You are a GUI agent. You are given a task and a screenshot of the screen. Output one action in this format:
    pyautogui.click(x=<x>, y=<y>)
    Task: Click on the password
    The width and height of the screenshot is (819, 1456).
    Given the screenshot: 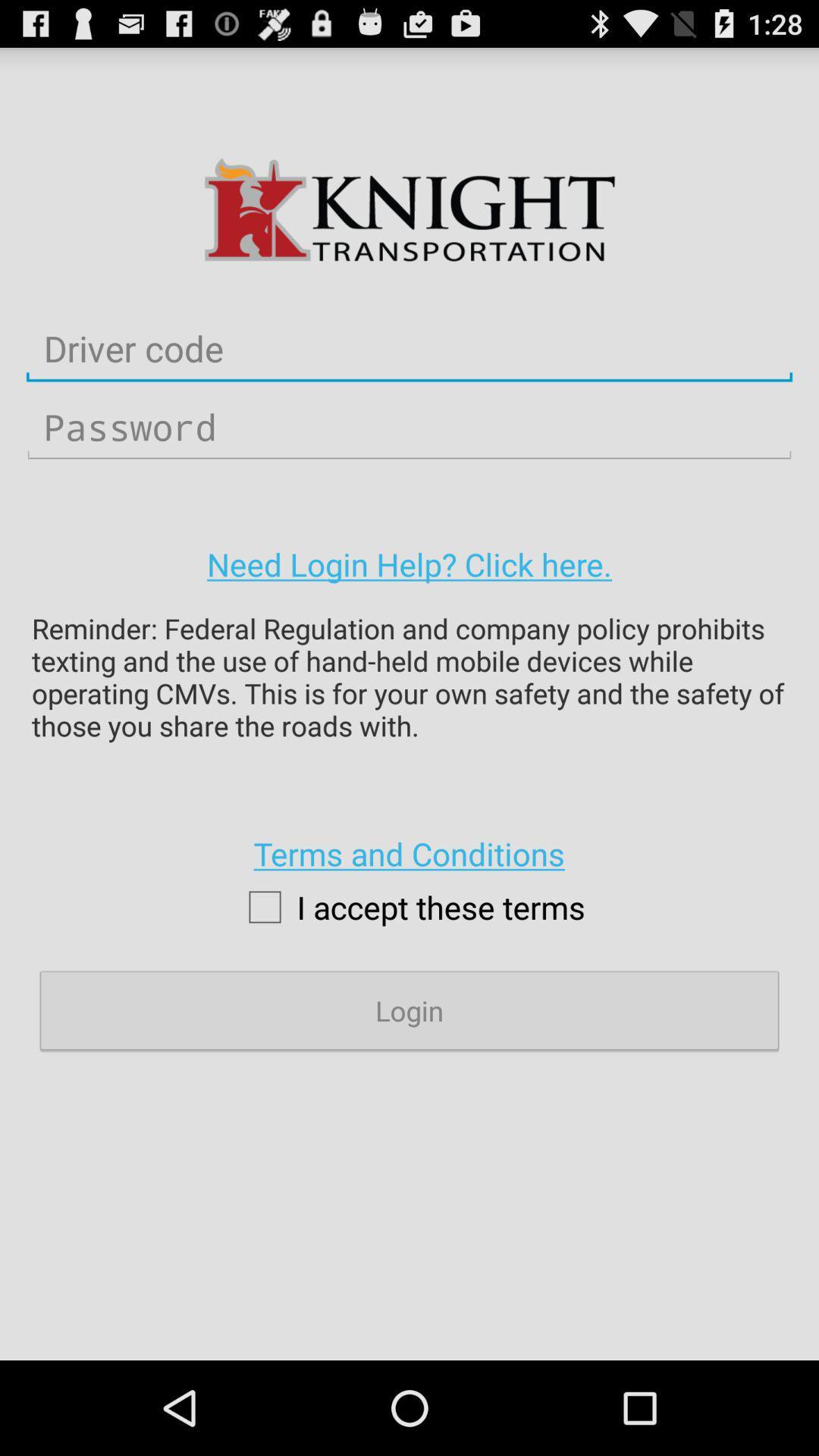 What is the action you would take?
    pyautogui.click(x=409, y=426)
    